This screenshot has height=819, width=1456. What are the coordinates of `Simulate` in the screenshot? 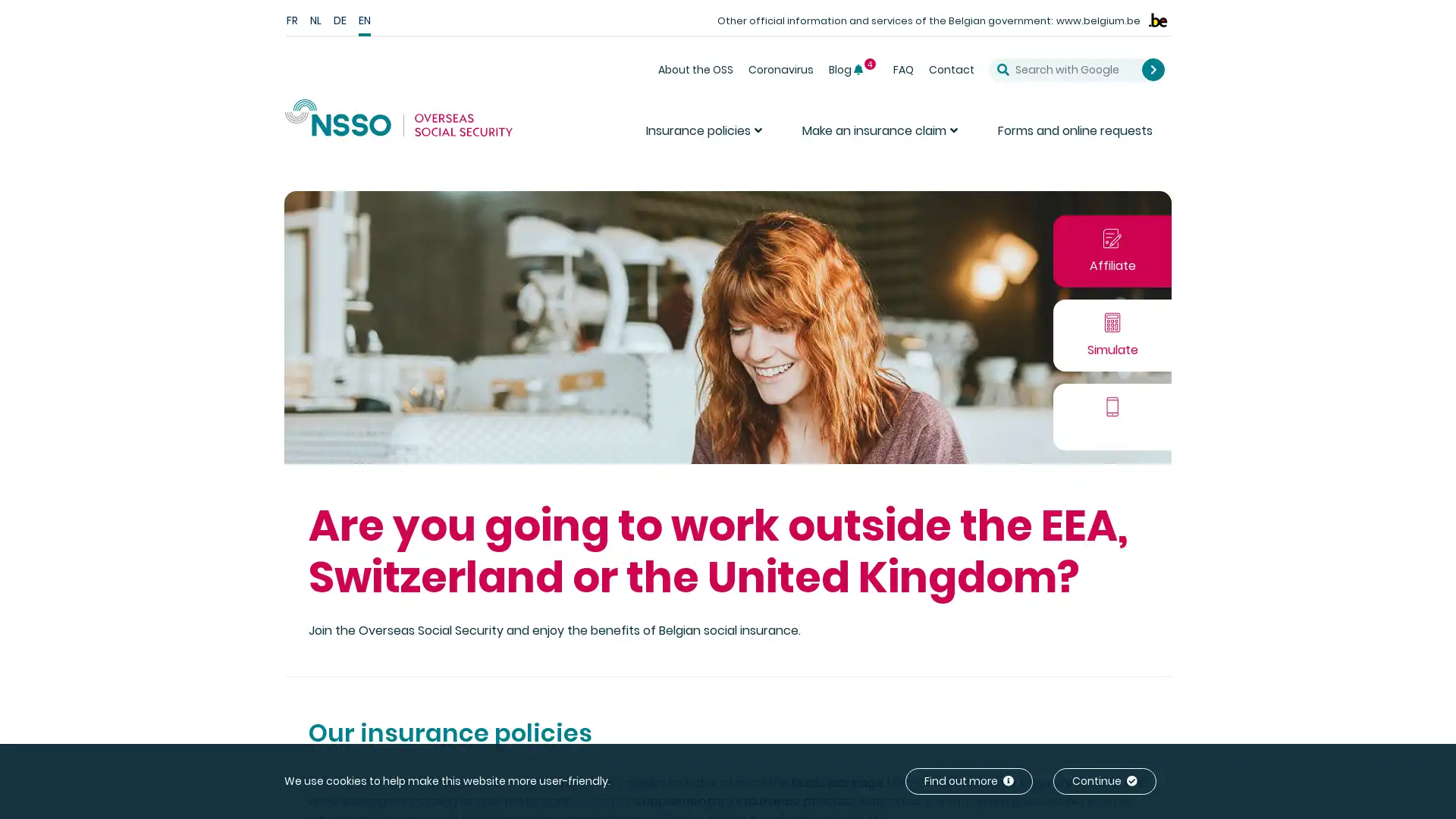 It's located at (1112, 334).